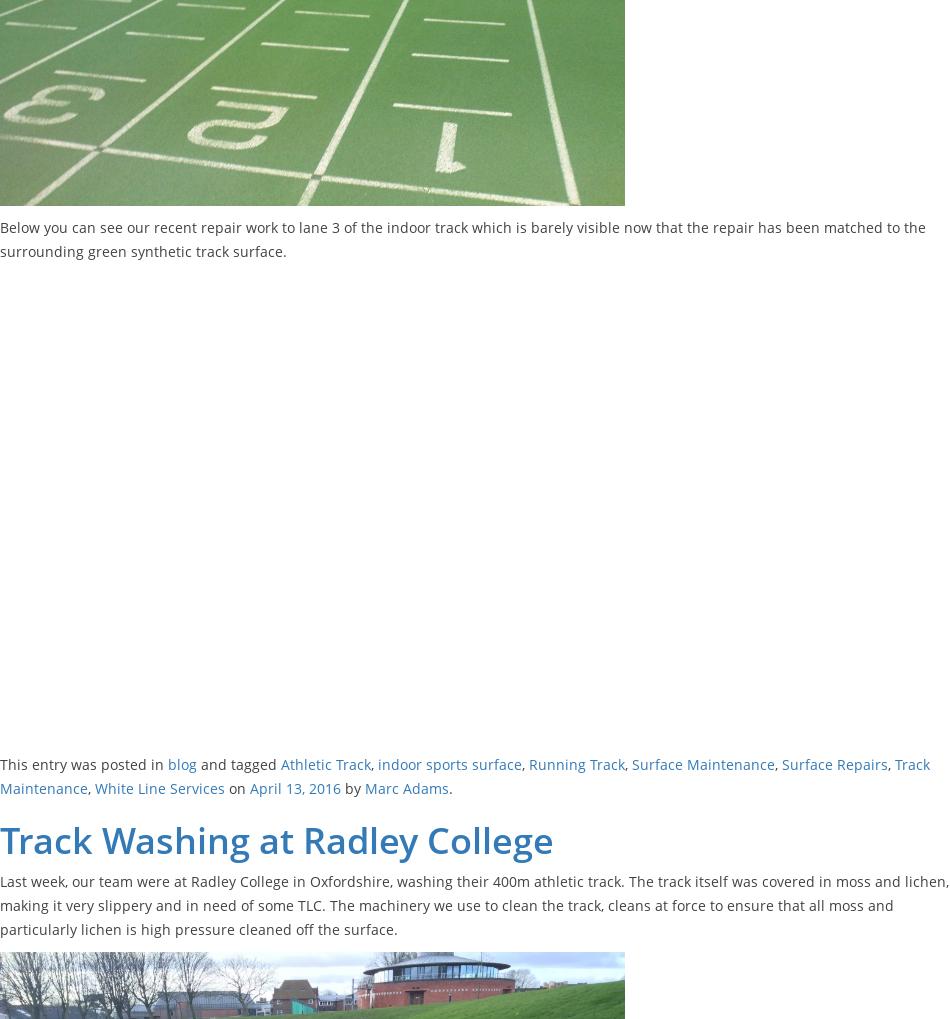  What do you see at coordinates (276, 838) in the screenshot?
I see `'Track Washing at Radley College'` at bounding box center [276, 838].